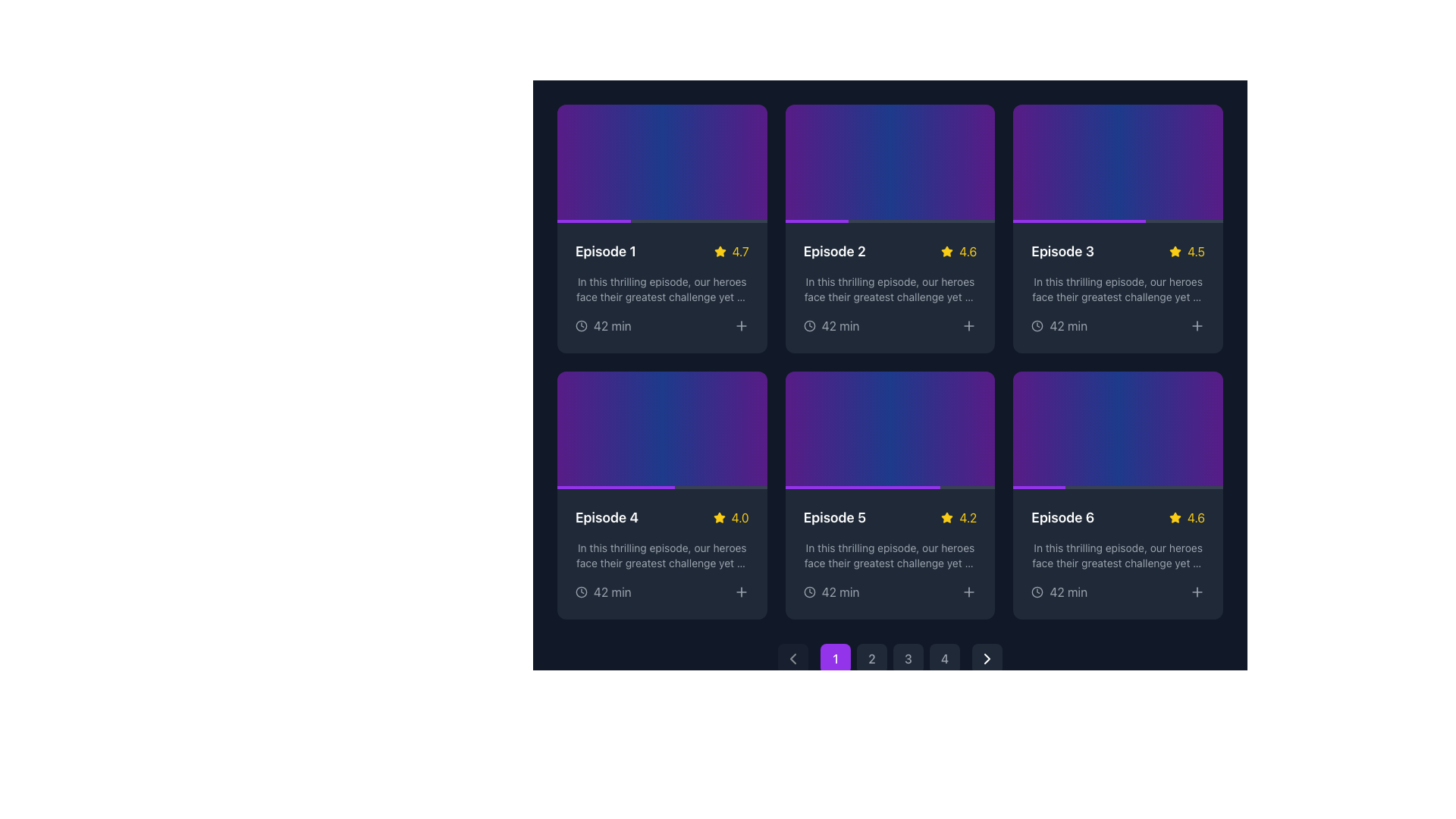 The height and width of the screenshot is (819, 1456). What do you see at coordinates (946, 250) in the screenshot?
I see `the yellow star icon in the rating section, which is located in the second card of the top row, adjacent to the rating value '4.6'` at bounding box center [946, 250].